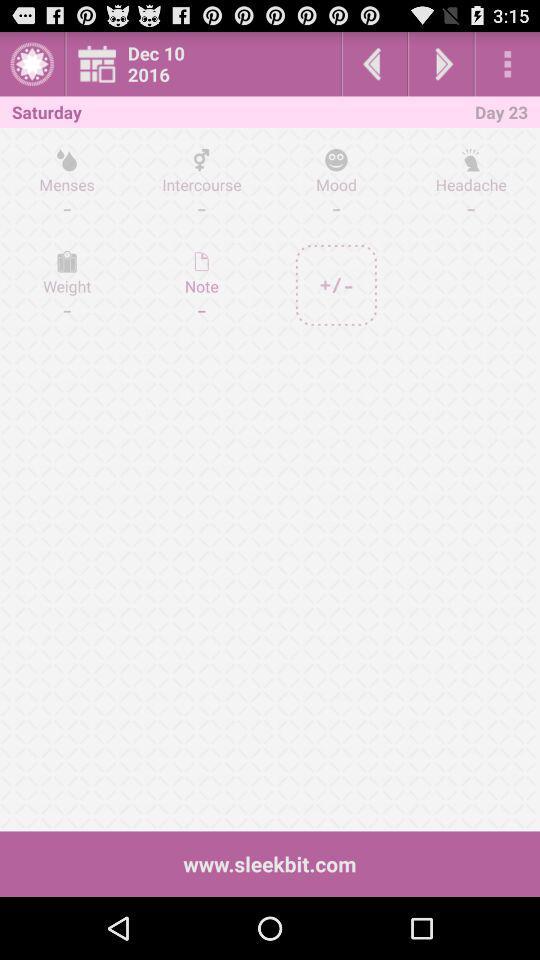 The image size is (540, 960). Describe the element at coordinates (507, 63) in the screenshot. I see `open options menu` at that location.